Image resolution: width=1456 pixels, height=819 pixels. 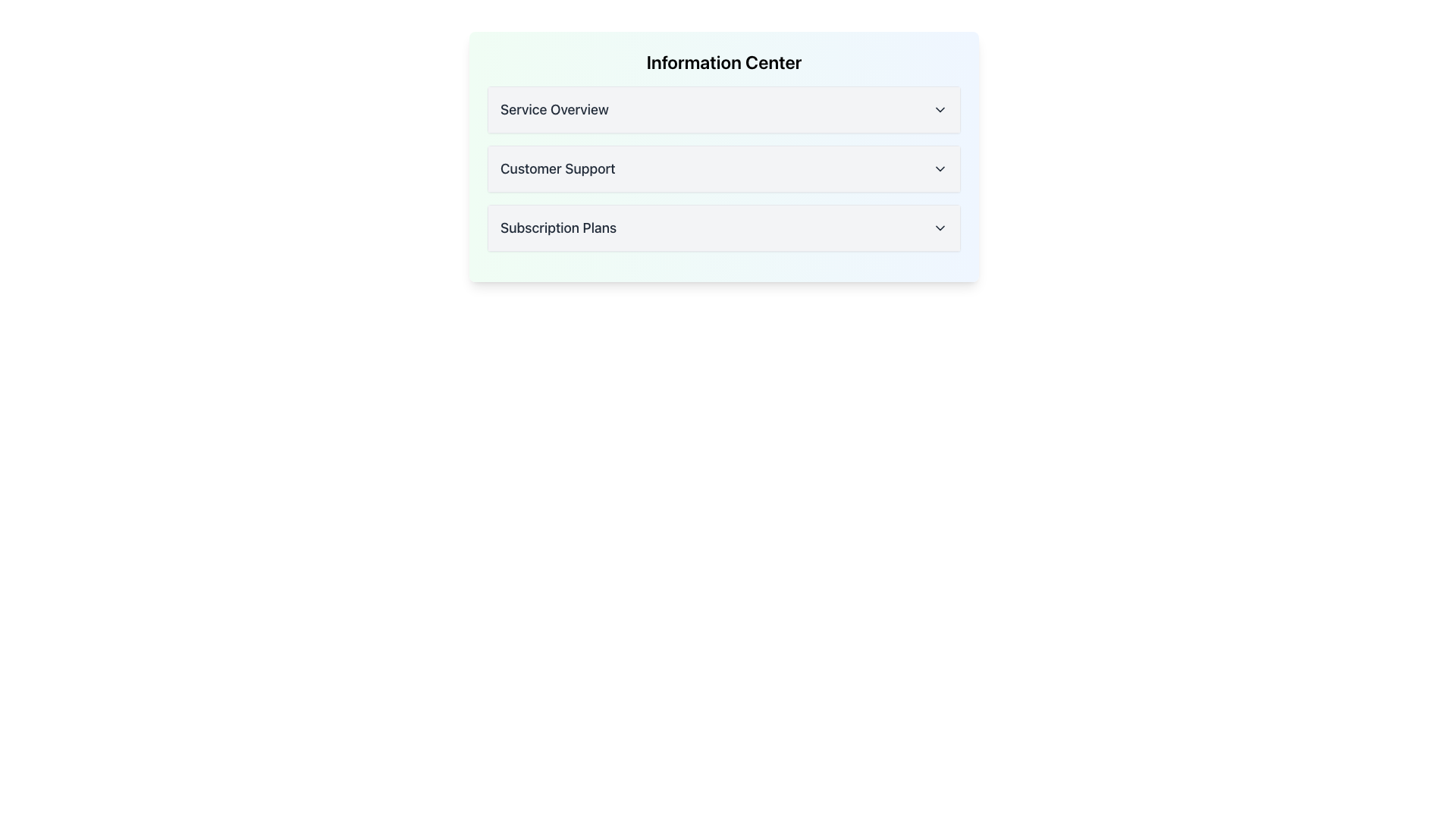 What do you see at coordinates (939, 227) in the screenshot?
I see `the chevron icon located on the far right of the 'Subscription Plans' item in the third row` at bounding box center [939, 227].